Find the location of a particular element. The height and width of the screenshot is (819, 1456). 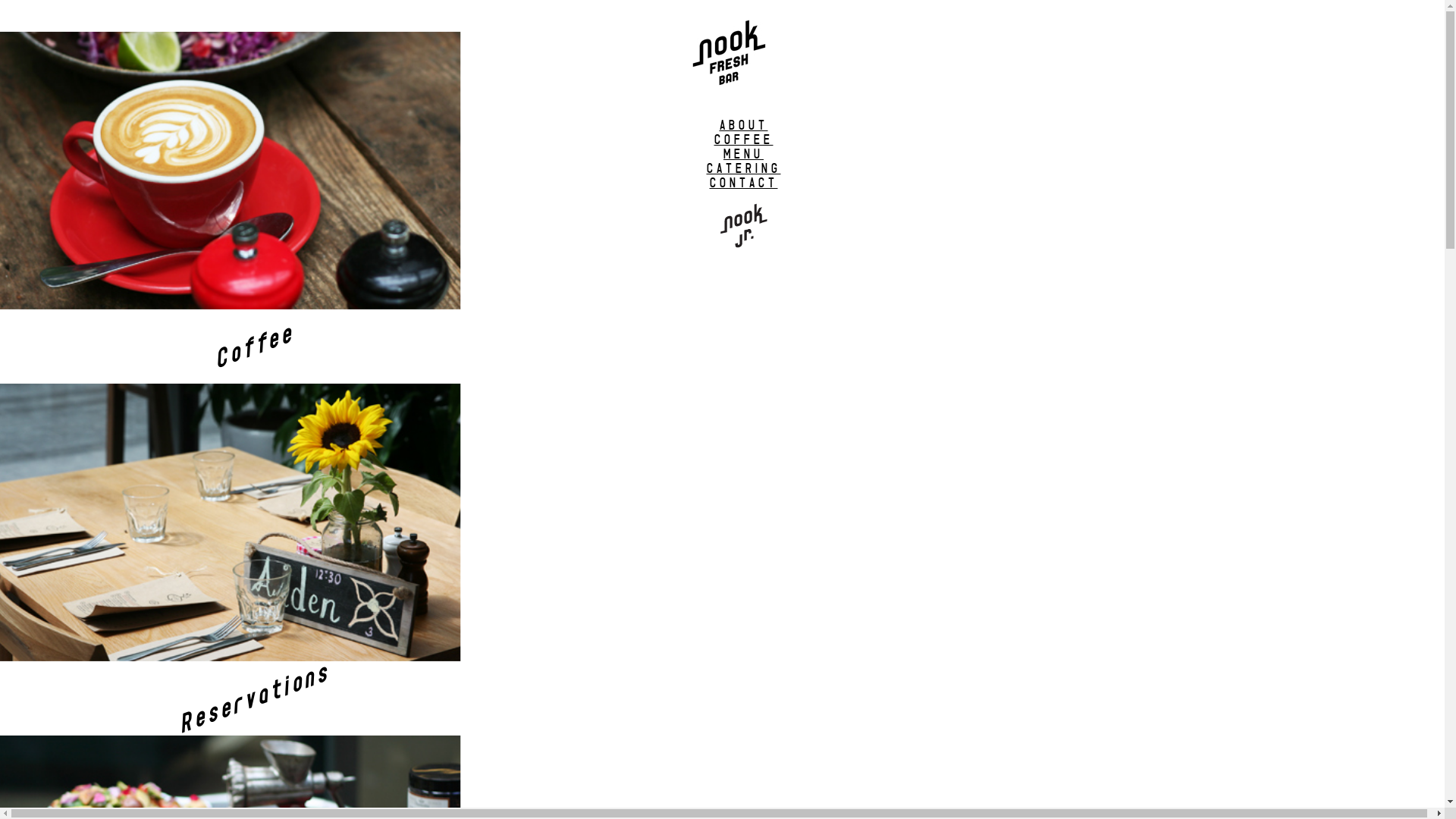

'CONTACT' is located at coordinates (743, 182).